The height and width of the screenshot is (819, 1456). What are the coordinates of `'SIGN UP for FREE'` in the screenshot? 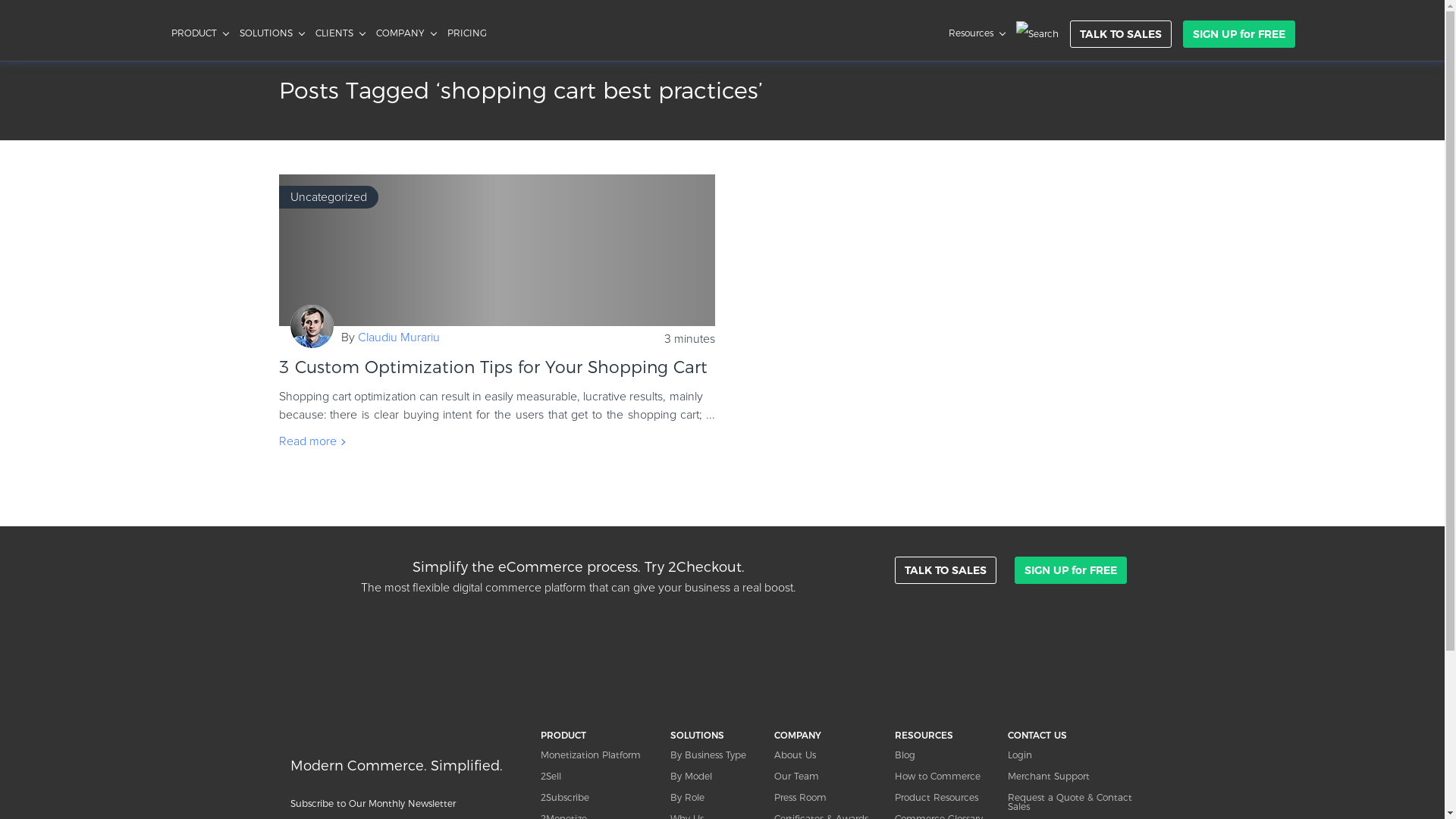 It's located at (1238, 34).